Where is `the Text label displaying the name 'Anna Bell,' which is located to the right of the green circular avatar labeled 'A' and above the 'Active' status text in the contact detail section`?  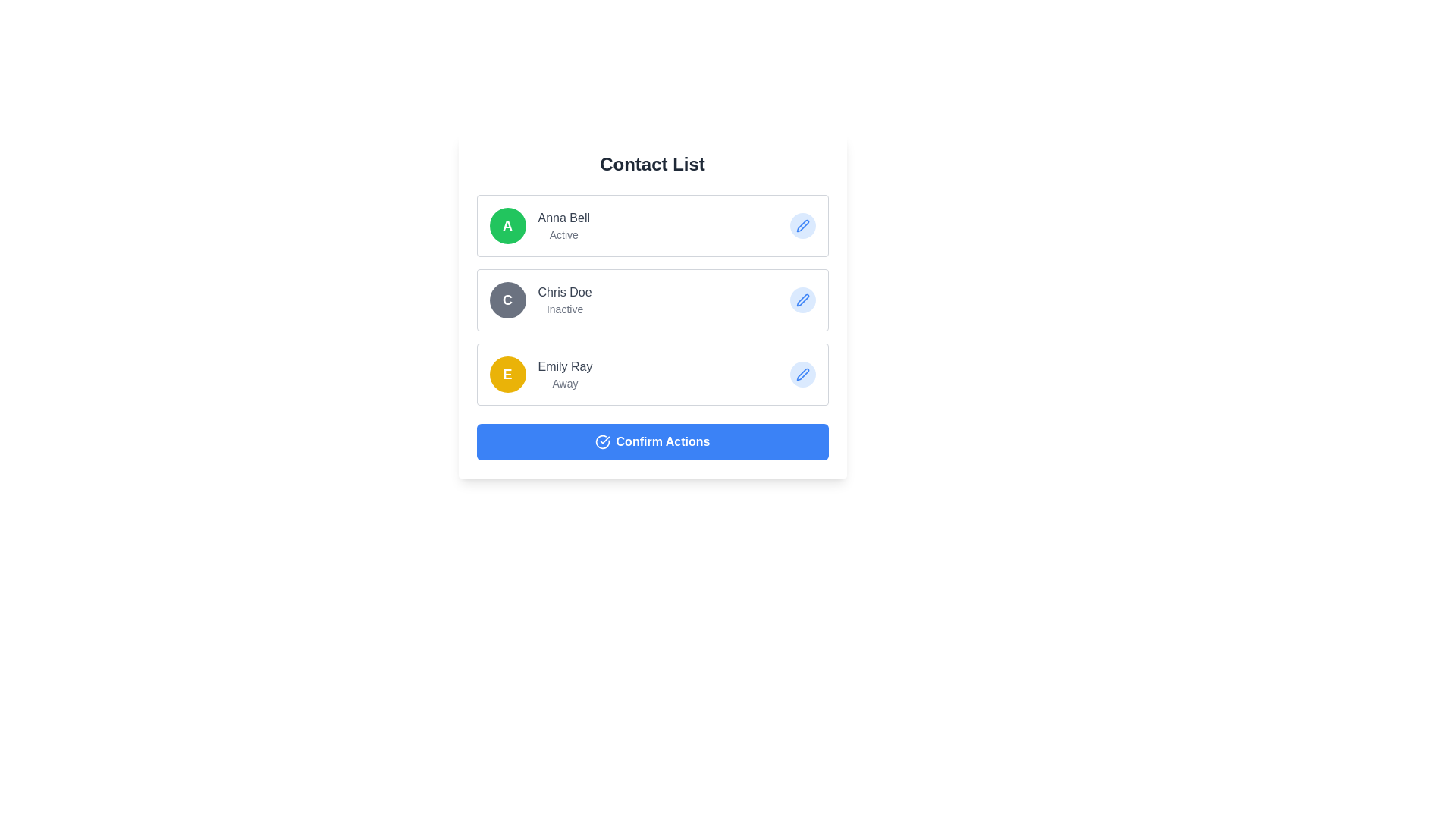
the Text label displaying the name 'Anna Bell,' which is located to the right of the green circular avatar labeled 'A' and above the 'Active' status text in the contact detail section is located at coordinates (563, 218).